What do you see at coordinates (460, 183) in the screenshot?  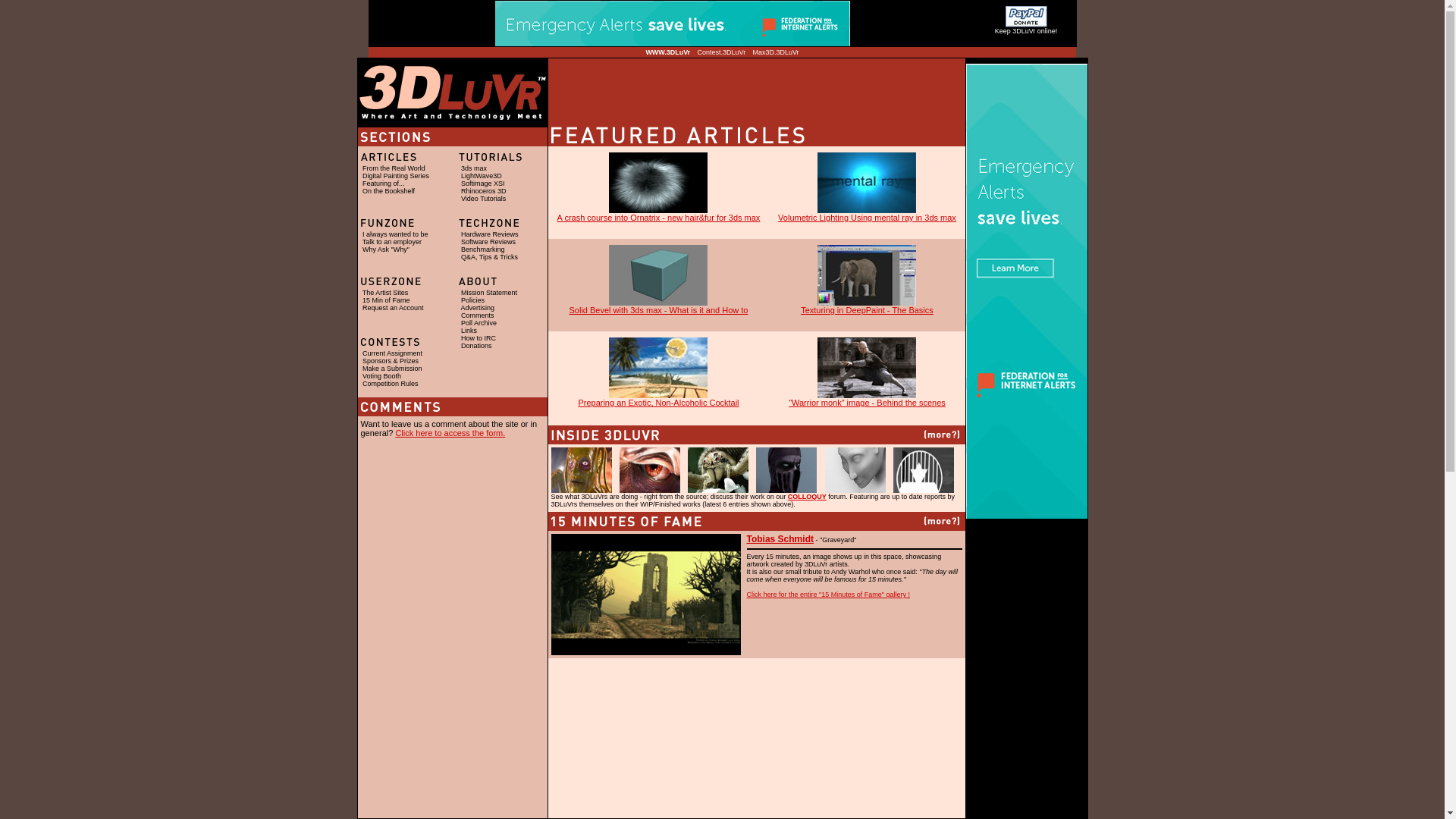 I see `'Softimage XSI'` at bounding box center [460, 183].